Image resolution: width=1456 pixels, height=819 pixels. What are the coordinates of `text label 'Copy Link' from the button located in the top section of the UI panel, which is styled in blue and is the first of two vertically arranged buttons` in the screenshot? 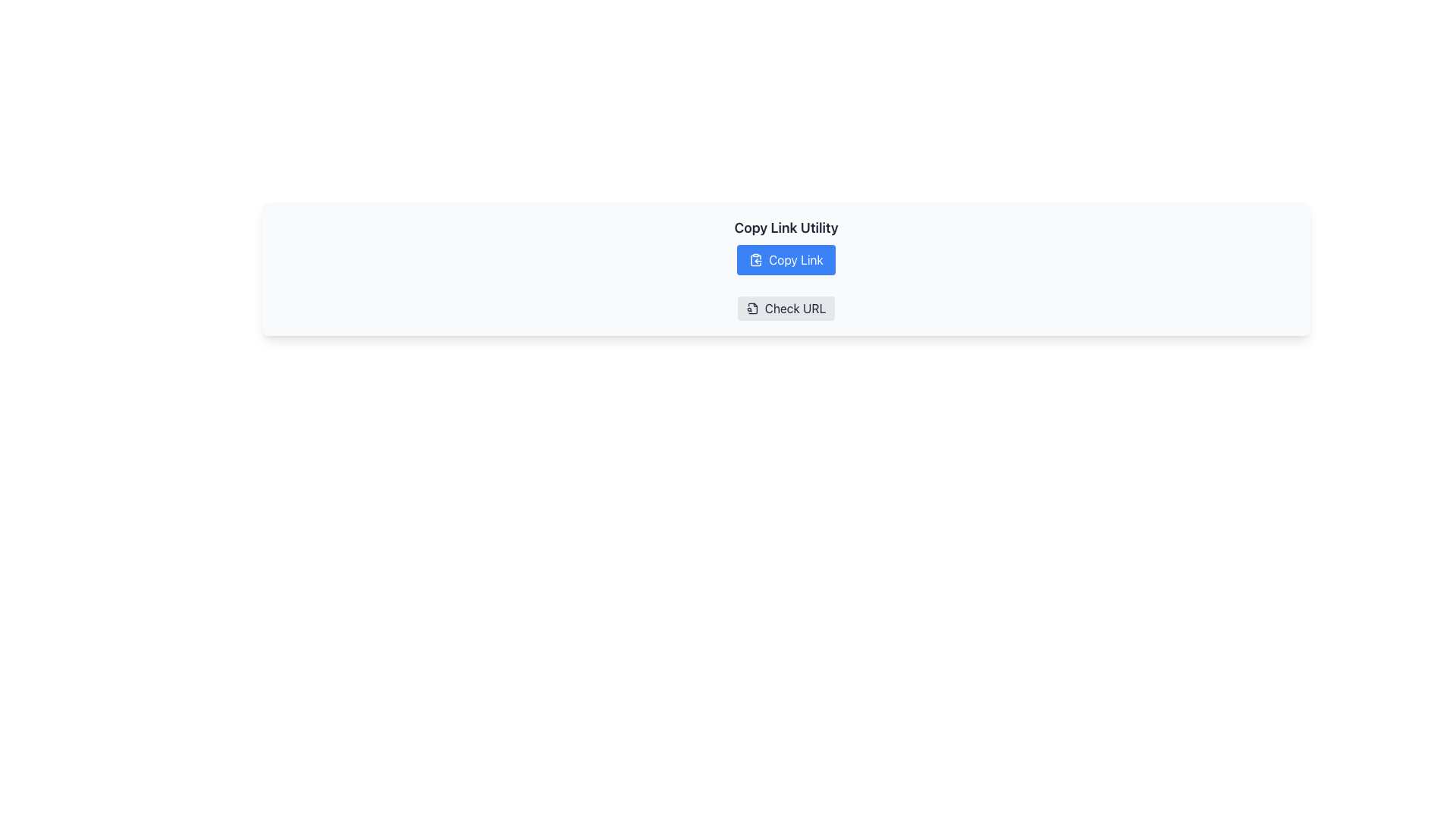 It's located at (795, 259).